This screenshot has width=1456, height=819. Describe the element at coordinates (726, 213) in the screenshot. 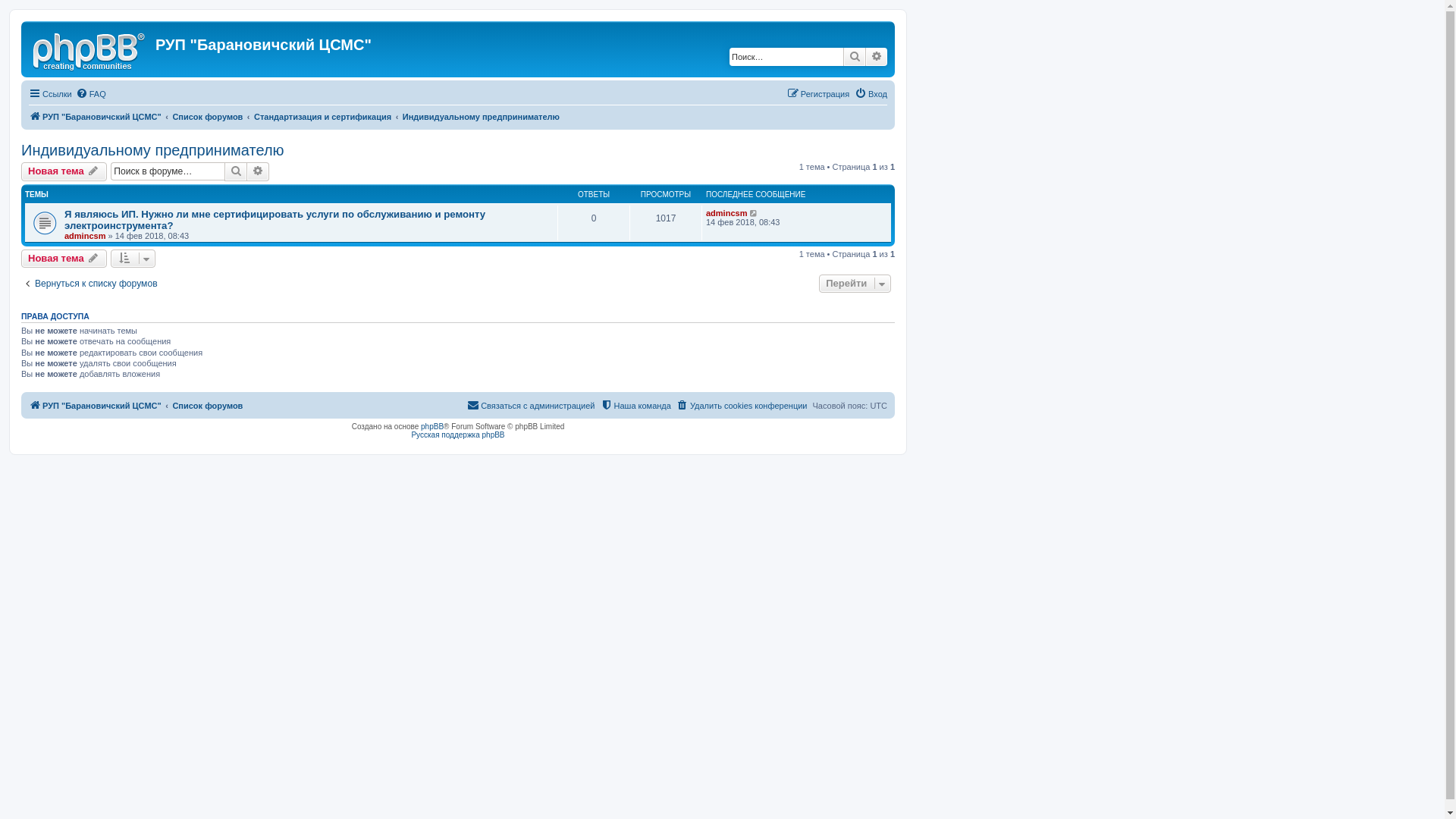

I see `'admincsm'` at that location.